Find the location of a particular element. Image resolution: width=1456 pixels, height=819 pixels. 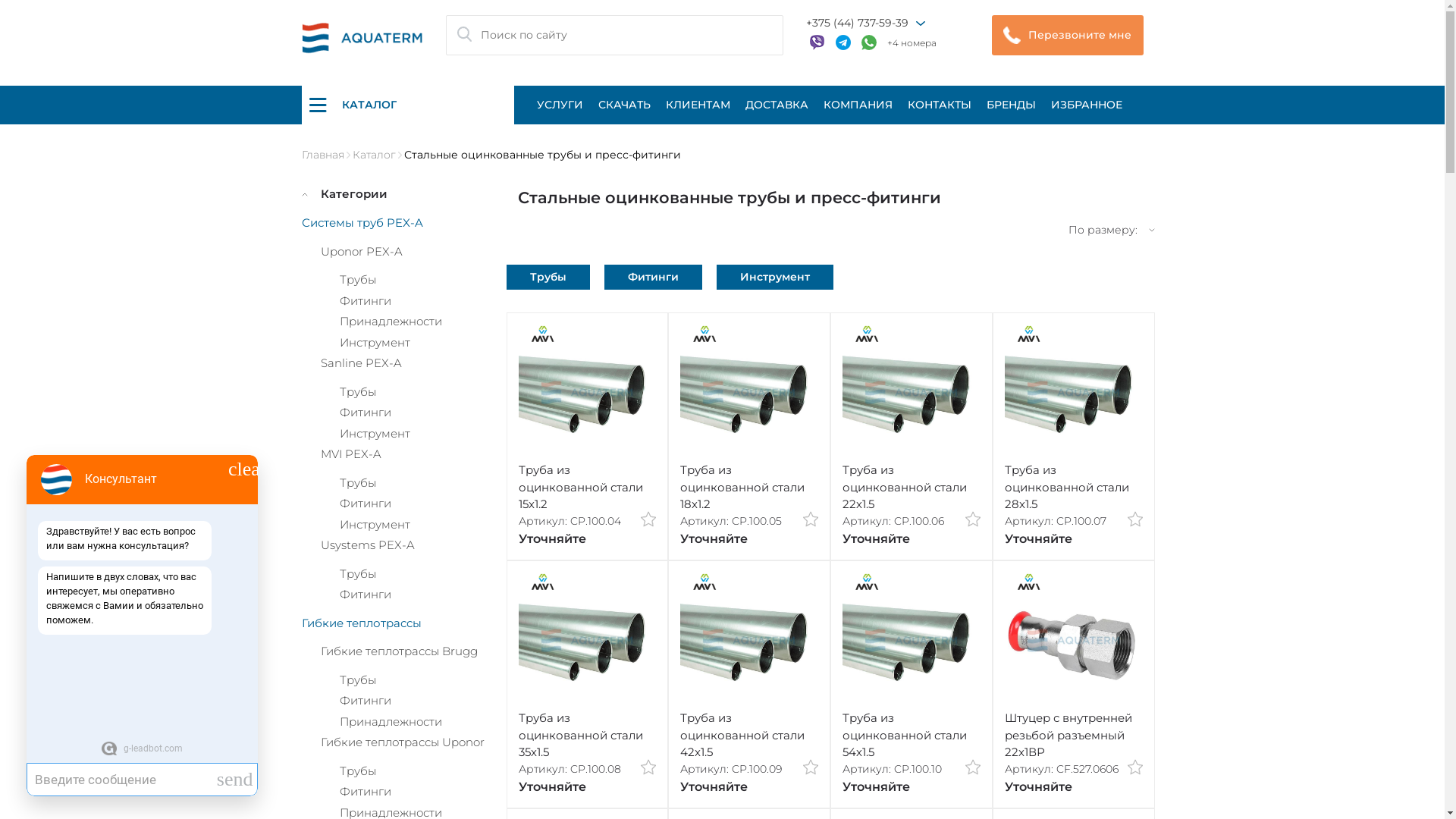

'Sanline PEX-A' is located at coordinates (359, 362).